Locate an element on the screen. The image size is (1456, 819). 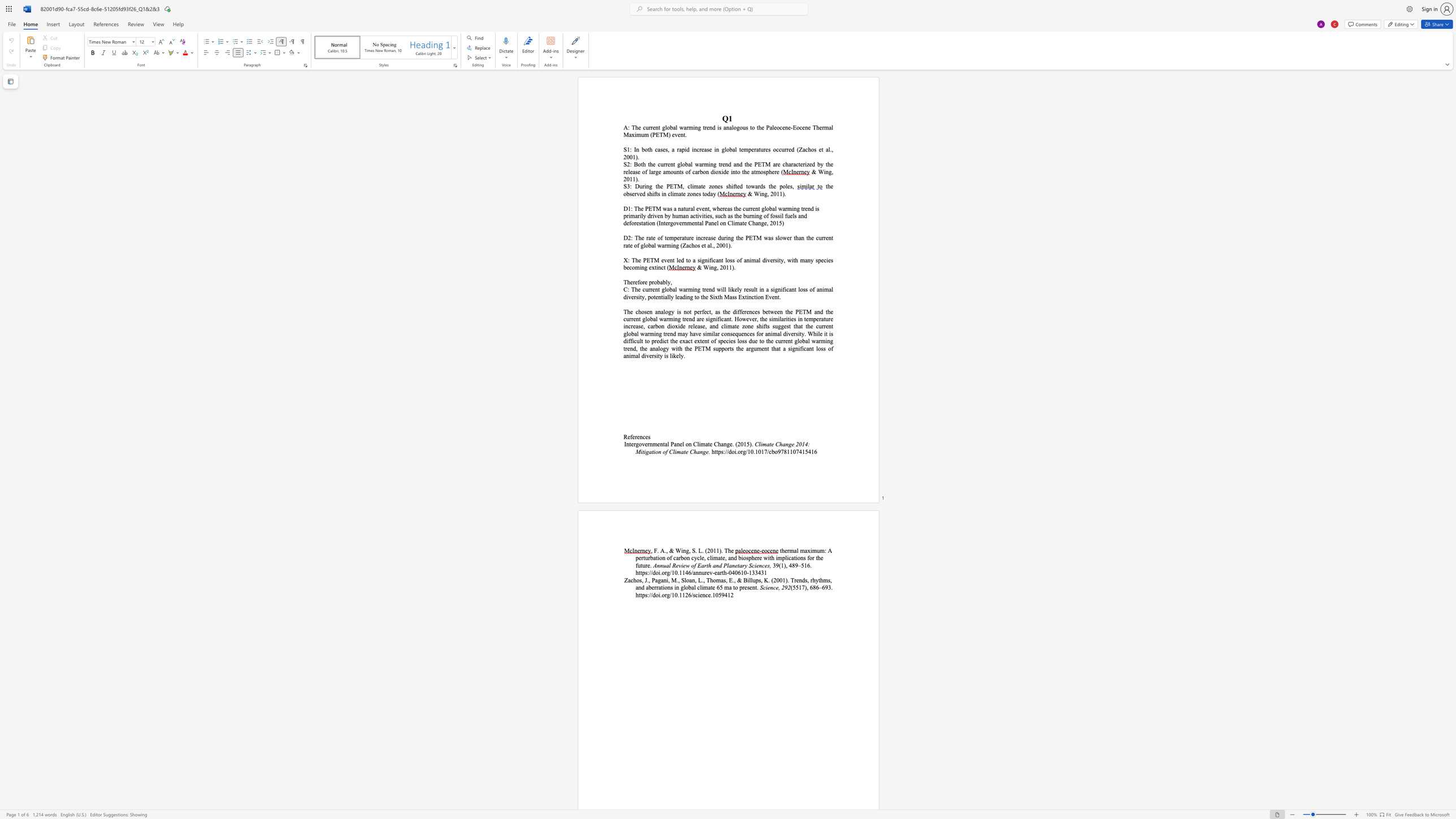
the 1th character "g" in the text is located at coordinates (663, 127).